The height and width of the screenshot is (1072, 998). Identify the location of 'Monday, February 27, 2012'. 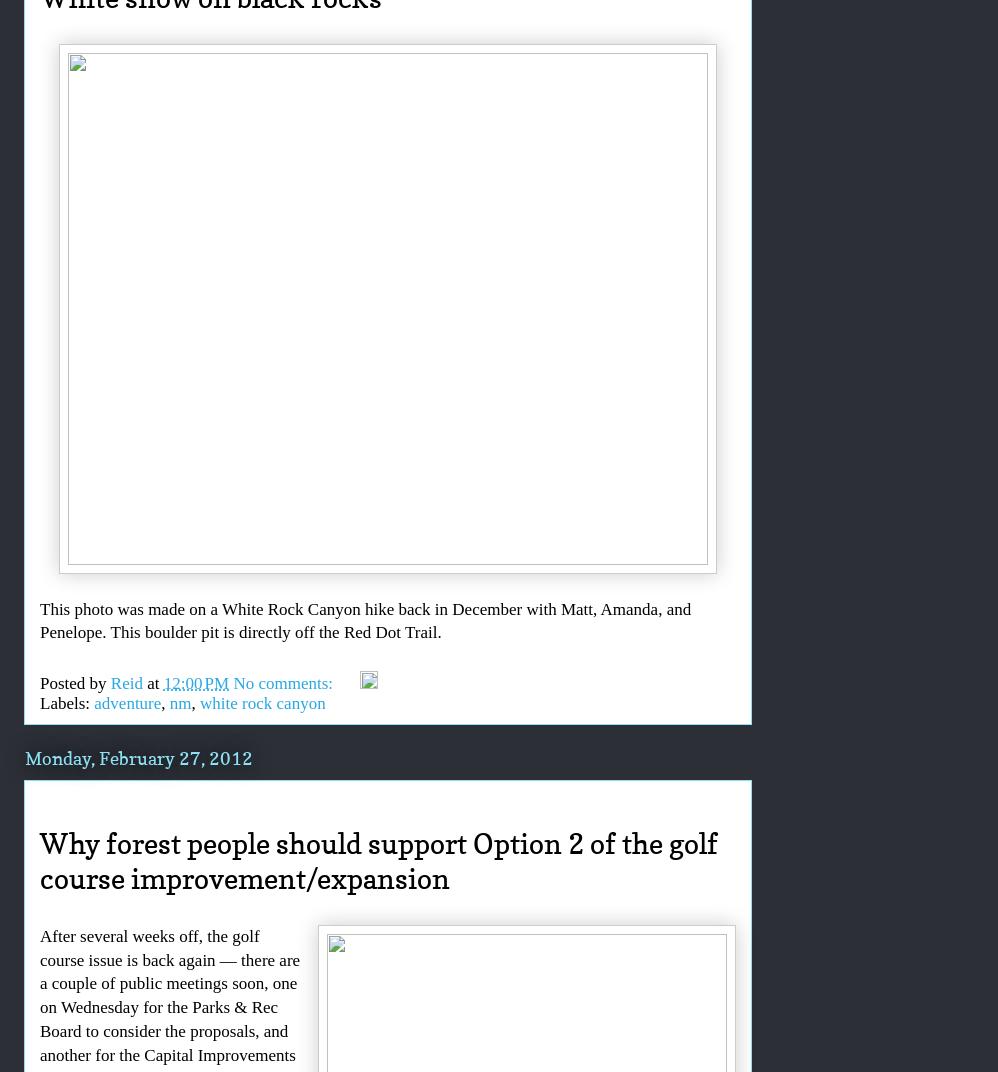
(139, 757).